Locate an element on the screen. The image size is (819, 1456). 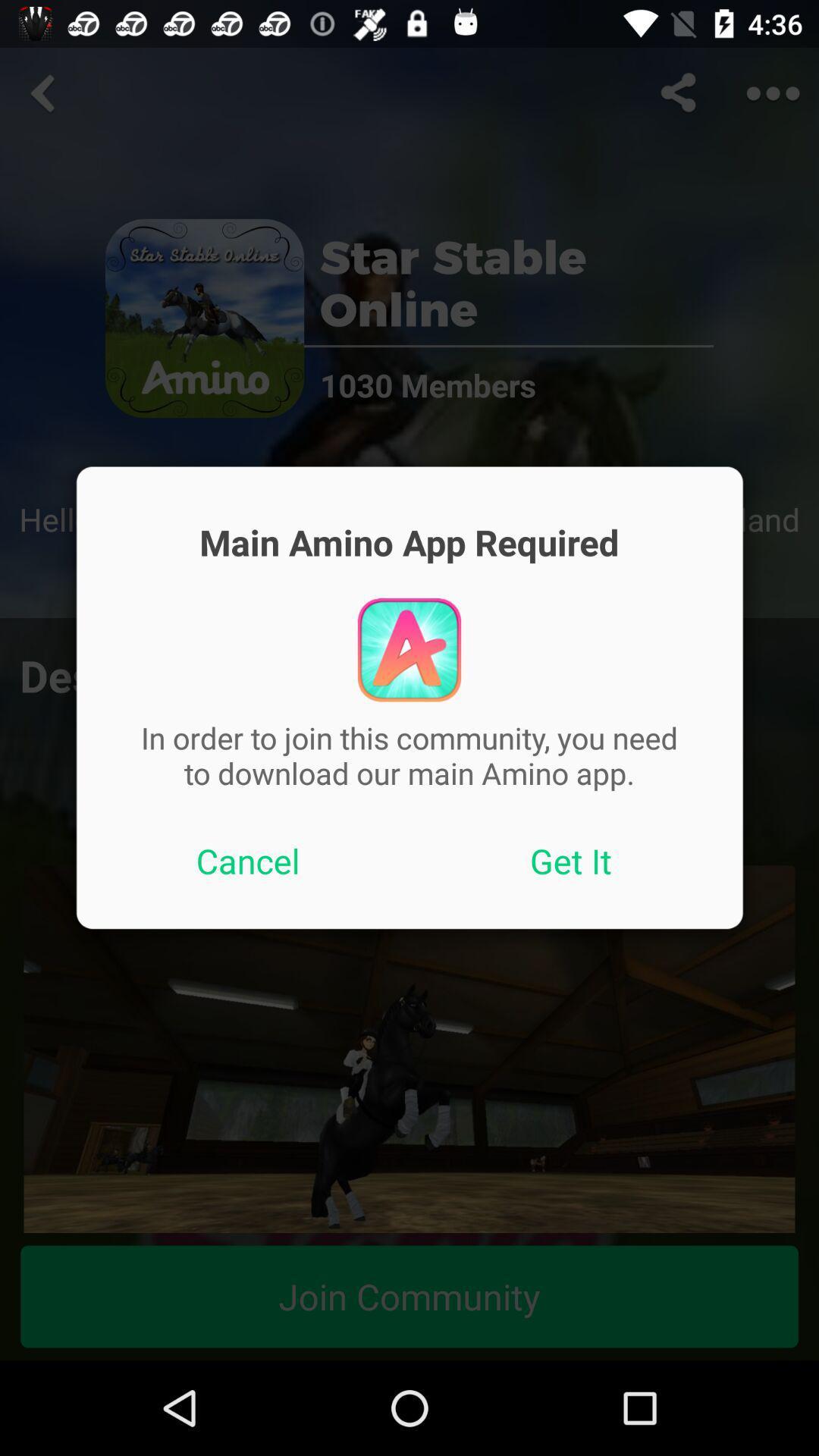
icon next to get it is located at coordinates (247, 861).